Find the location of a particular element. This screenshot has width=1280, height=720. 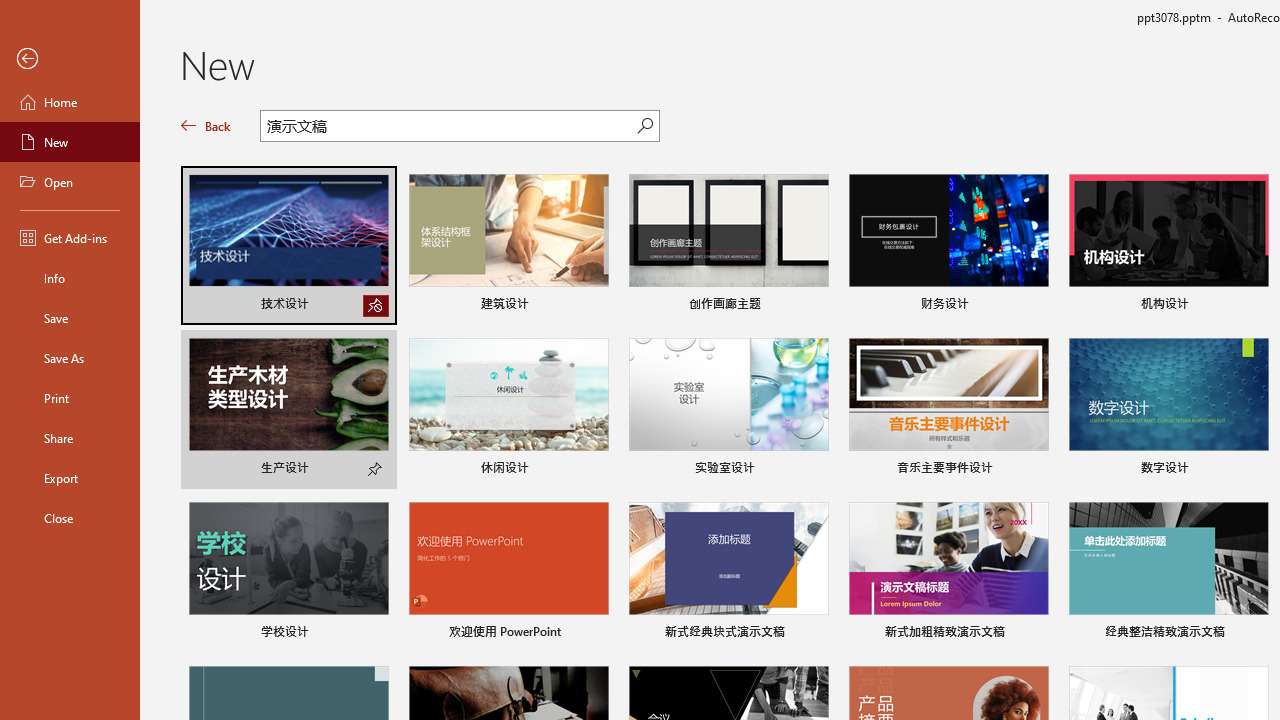

'New' is located at coordinates (69, 140).